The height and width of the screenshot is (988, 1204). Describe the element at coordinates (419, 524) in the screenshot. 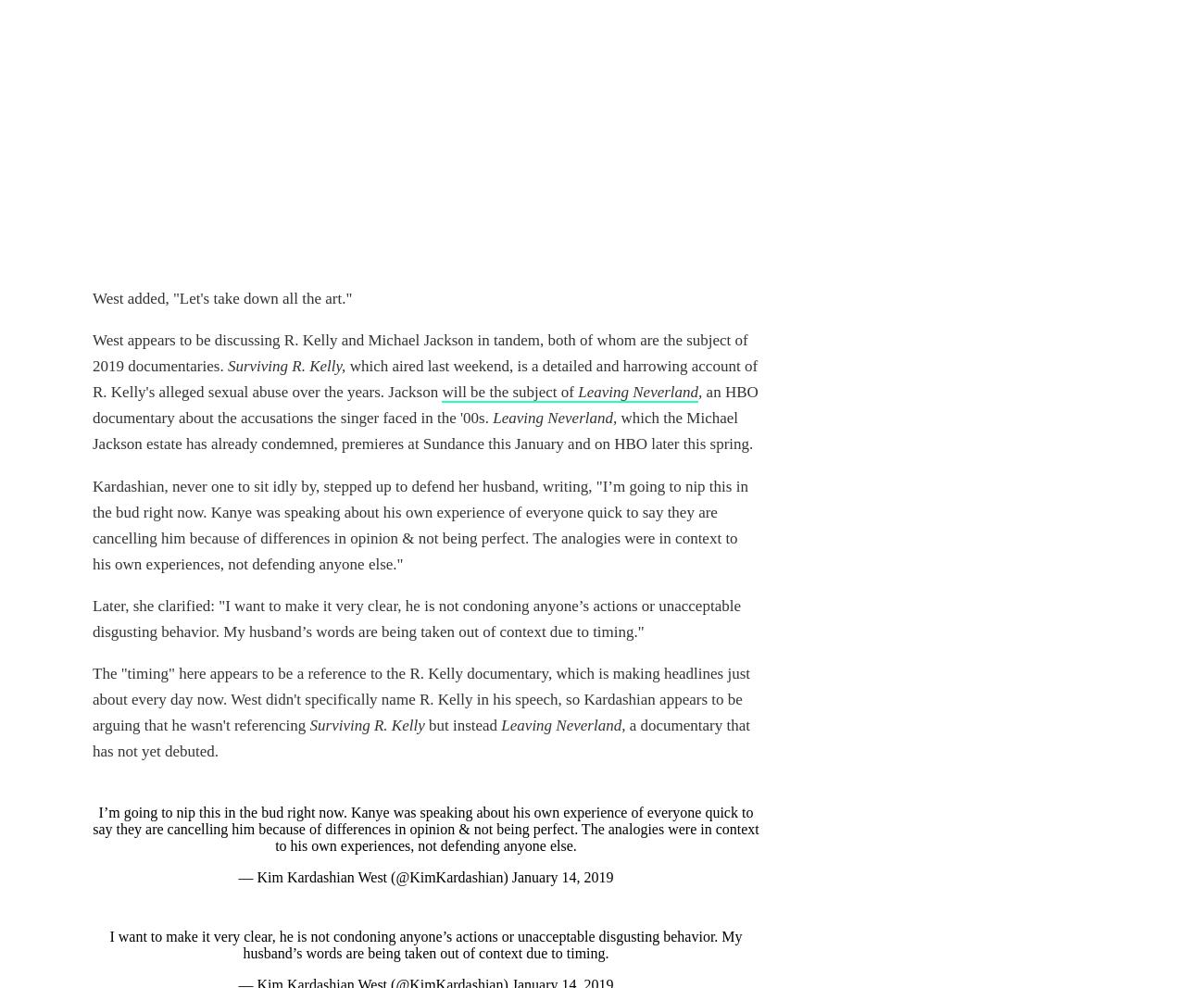

I see `'Kardashian, never one to sit idly by, stepped up to defend her husband, writing, "I’m going to nip this in the bud right now. Kanye was speaking about his own experience of everyone quick to say they are cancelling him because of differences in opinion & not being perfect. The analogies were in context to his own experiences, not defending anyone else."'` at that location.